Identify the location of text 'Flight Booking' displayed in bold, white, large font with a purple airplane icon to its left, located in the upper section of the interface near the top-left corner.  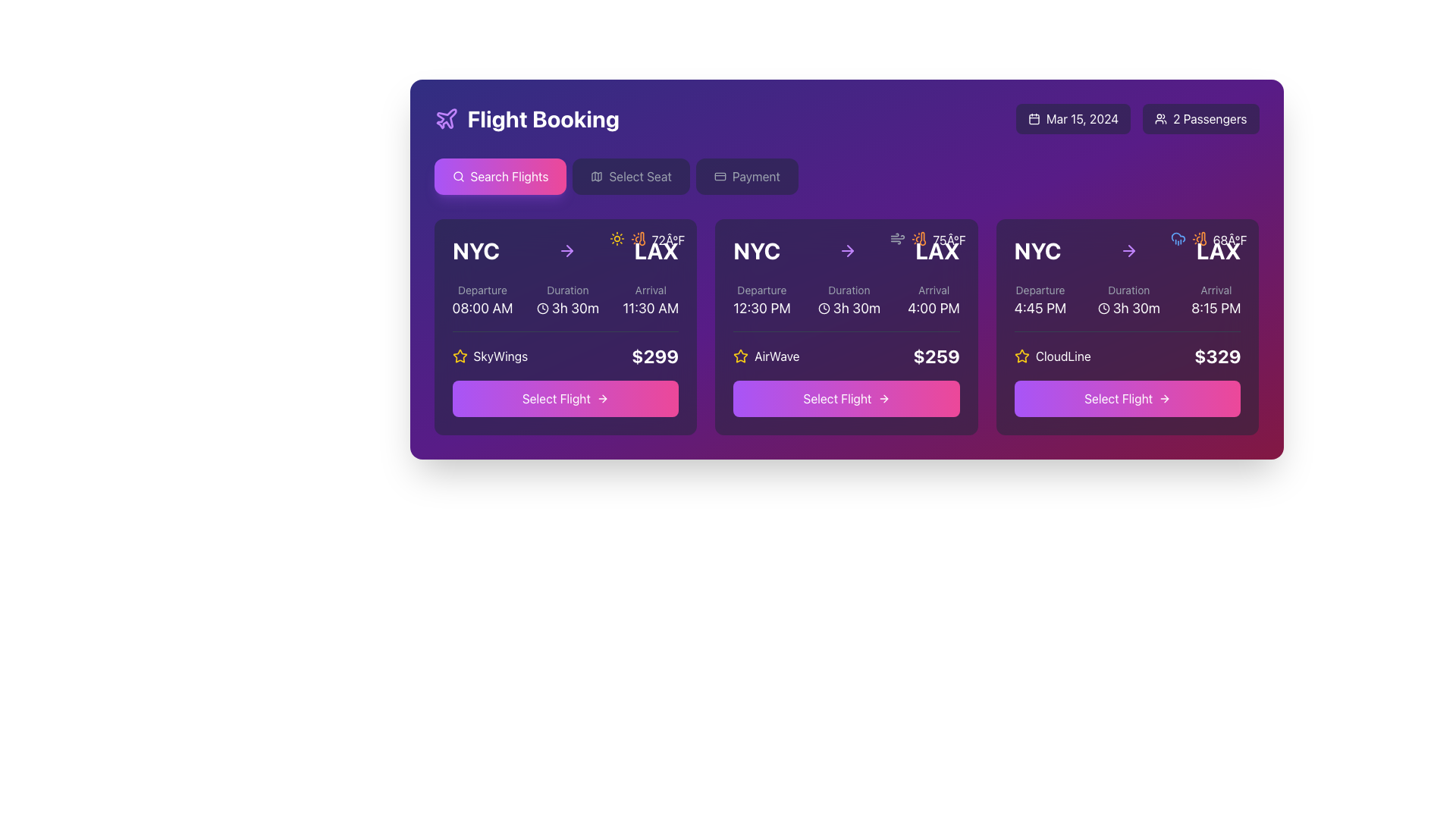
(526, 118).